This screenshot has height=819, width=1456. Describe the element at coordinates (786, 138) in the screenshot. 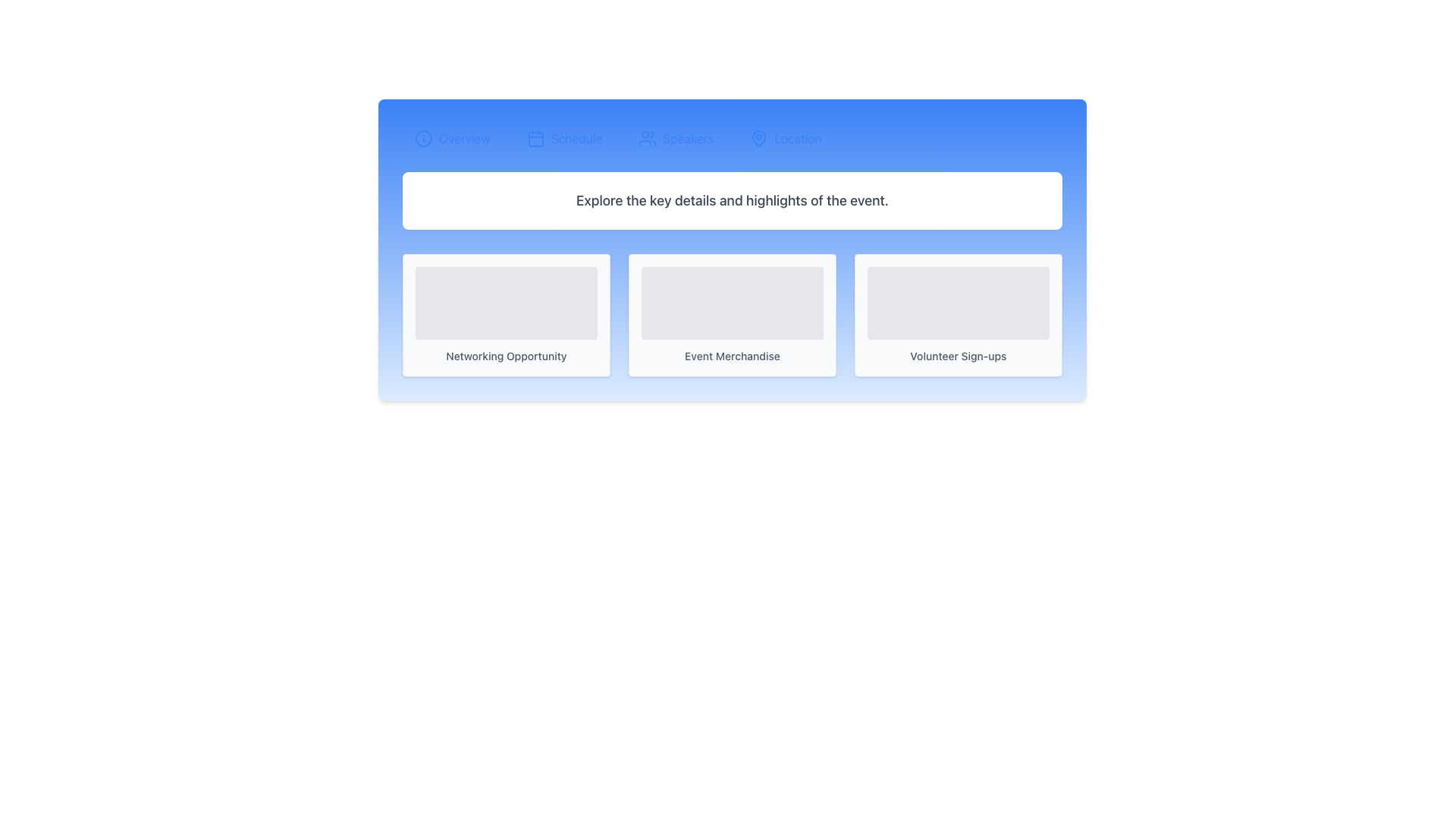

I see `the navigation tab for location or venue, which is the last item in a horizontal navigation bar` at that location.